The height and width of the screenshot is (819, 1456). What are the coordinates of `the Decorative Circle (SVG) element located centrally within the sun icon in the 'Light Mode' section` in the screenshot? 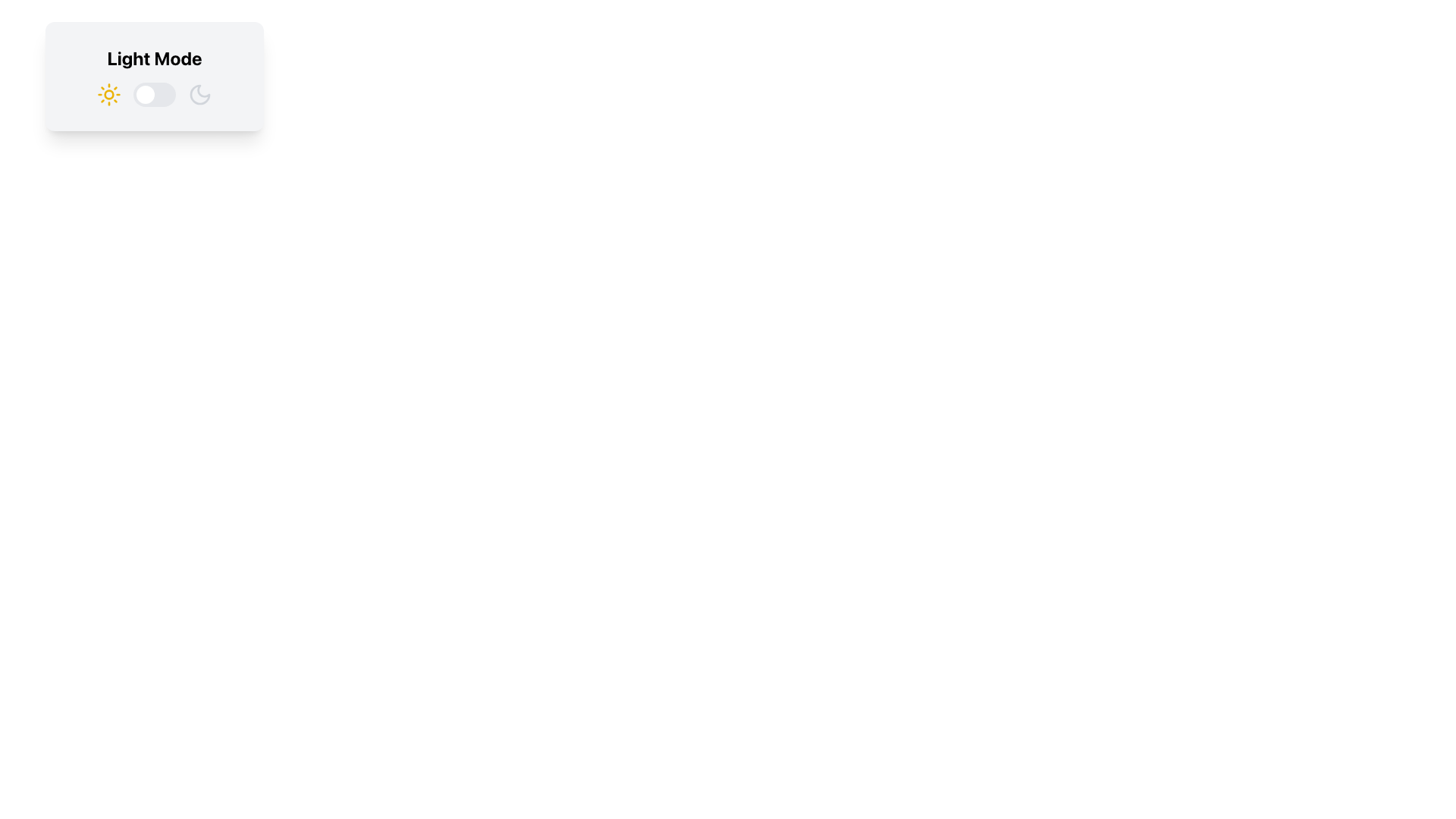 It's located at (108, 93).